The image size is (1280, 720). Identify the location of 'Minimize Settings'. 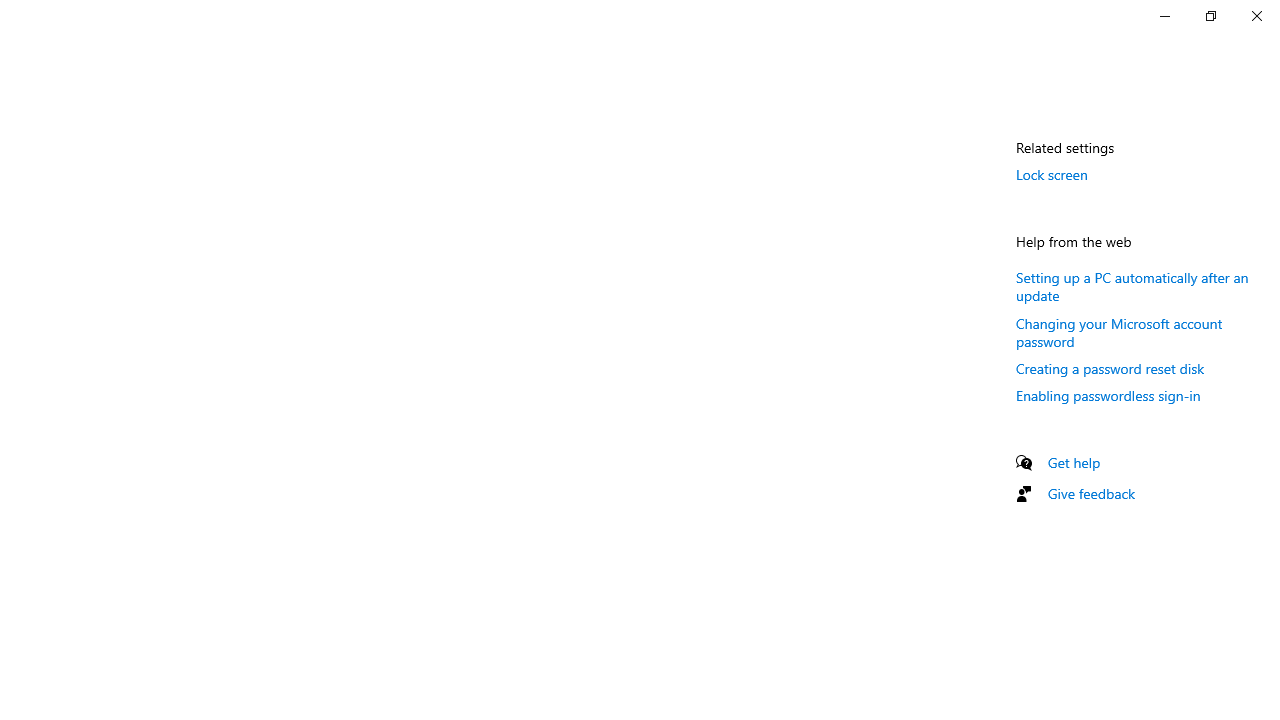
(1164, 15).